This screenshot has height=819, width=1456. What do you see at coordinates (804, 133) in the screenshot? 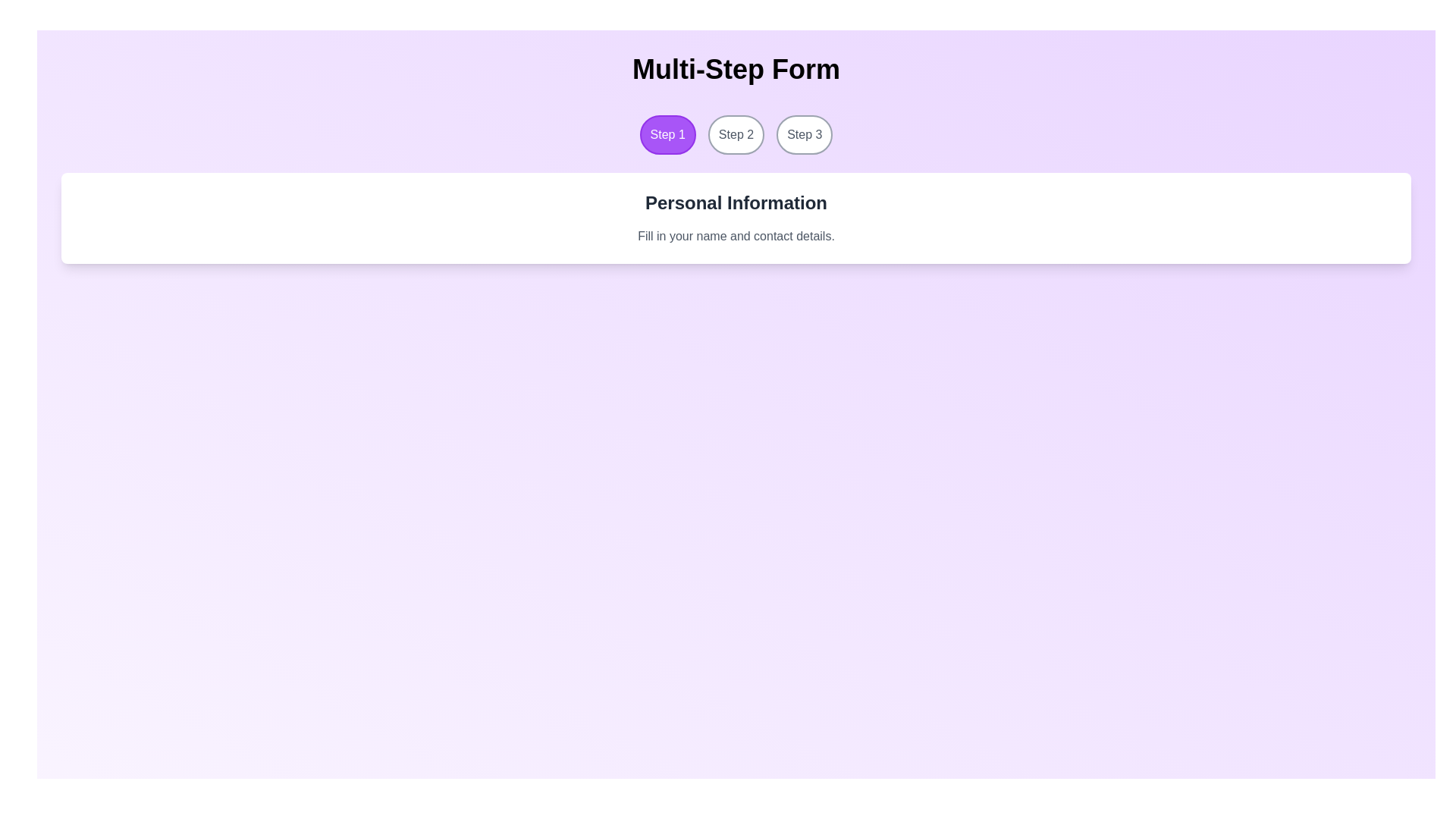
I see `the third step button` at bounding box center [804, 133].